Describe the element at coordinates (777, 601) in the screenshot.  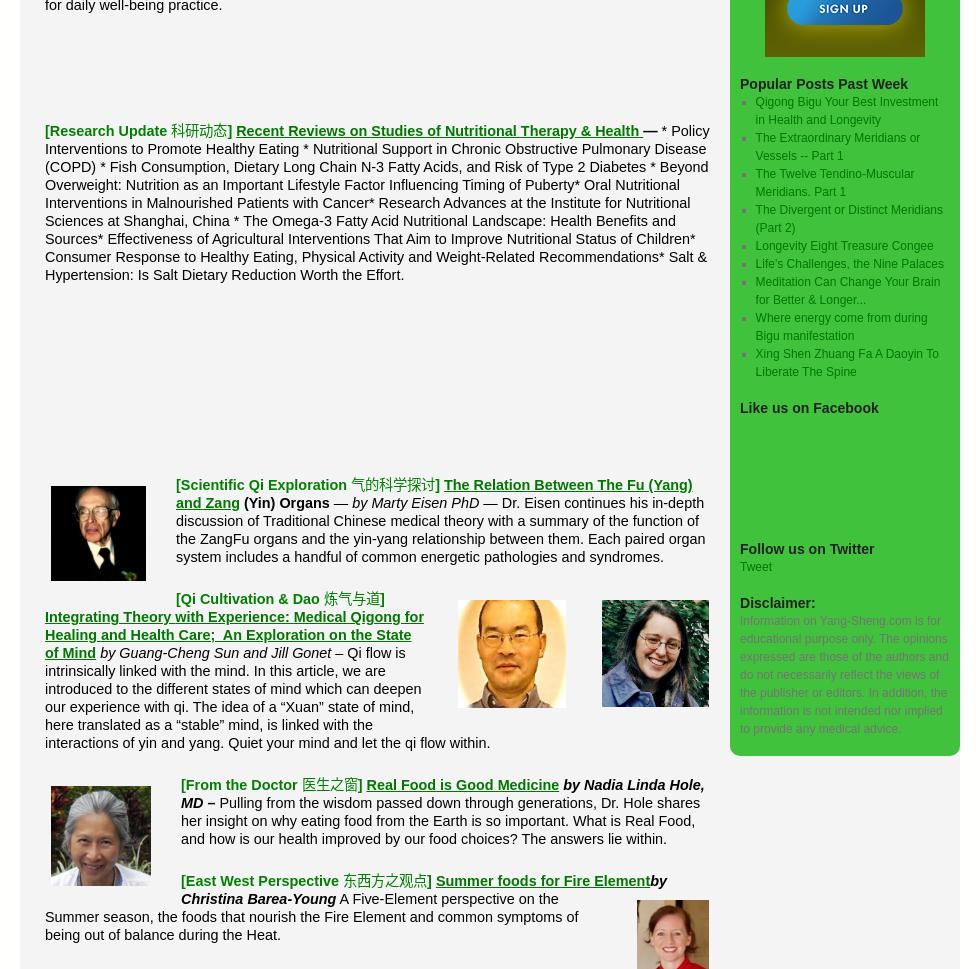
I see `'Disclaimer:'` at that location.